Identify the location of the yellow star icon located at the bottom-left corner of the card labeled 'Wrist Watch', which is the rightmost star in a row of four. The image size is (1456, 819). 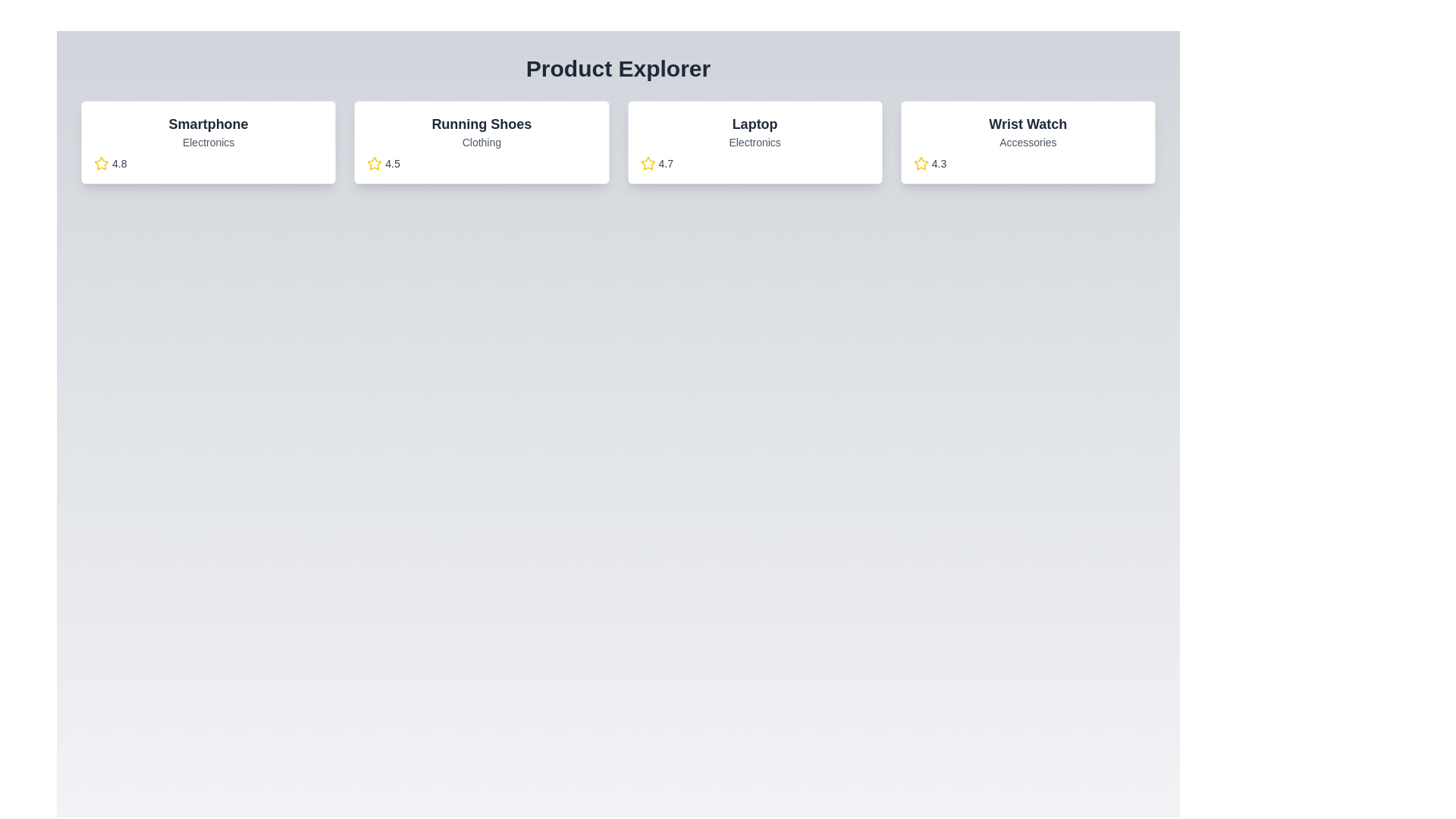
(920, 163).